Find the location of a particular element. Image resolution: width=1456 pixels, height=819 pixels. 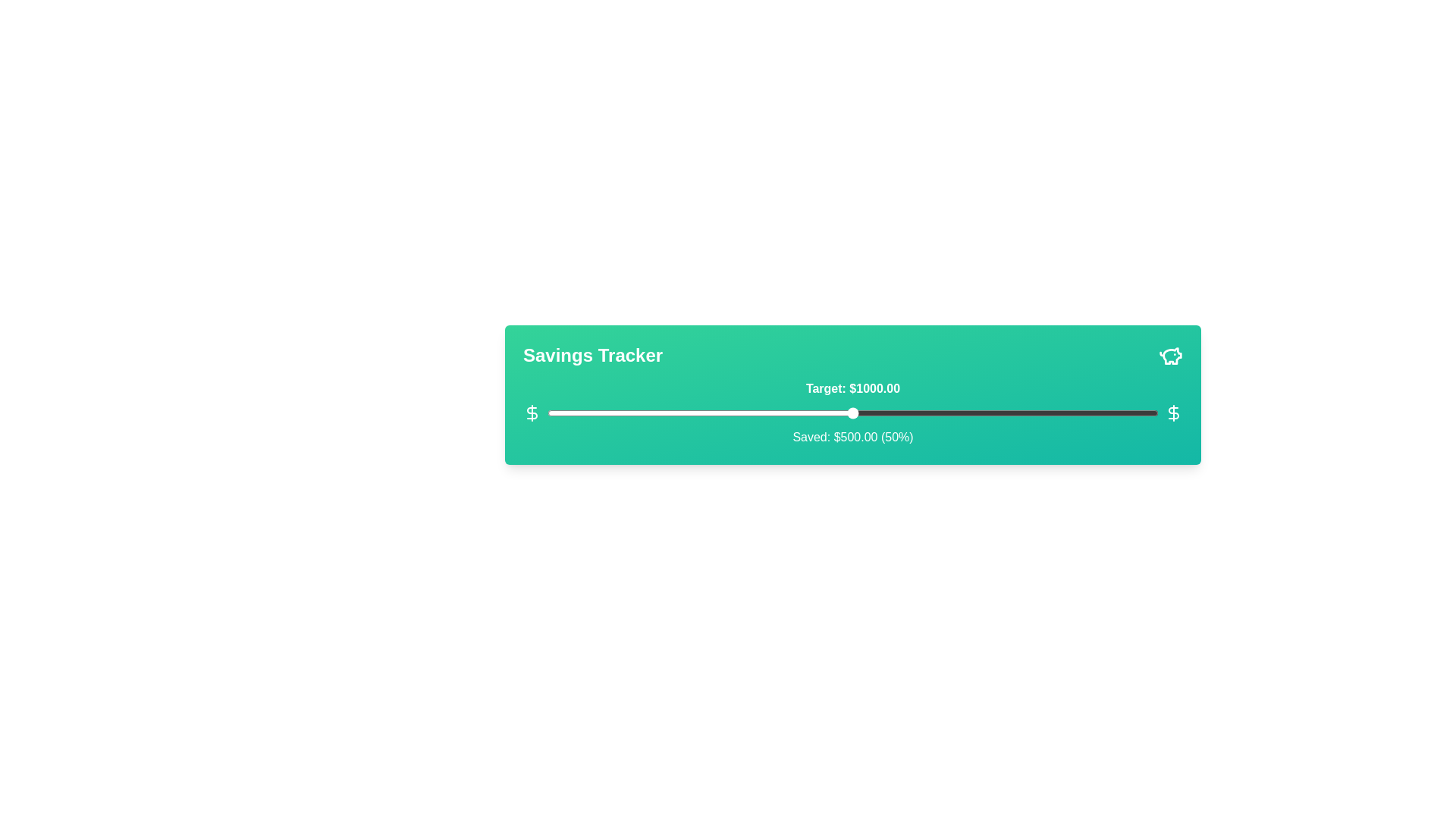

the savings tracker is located at coordinates (1084, 413).